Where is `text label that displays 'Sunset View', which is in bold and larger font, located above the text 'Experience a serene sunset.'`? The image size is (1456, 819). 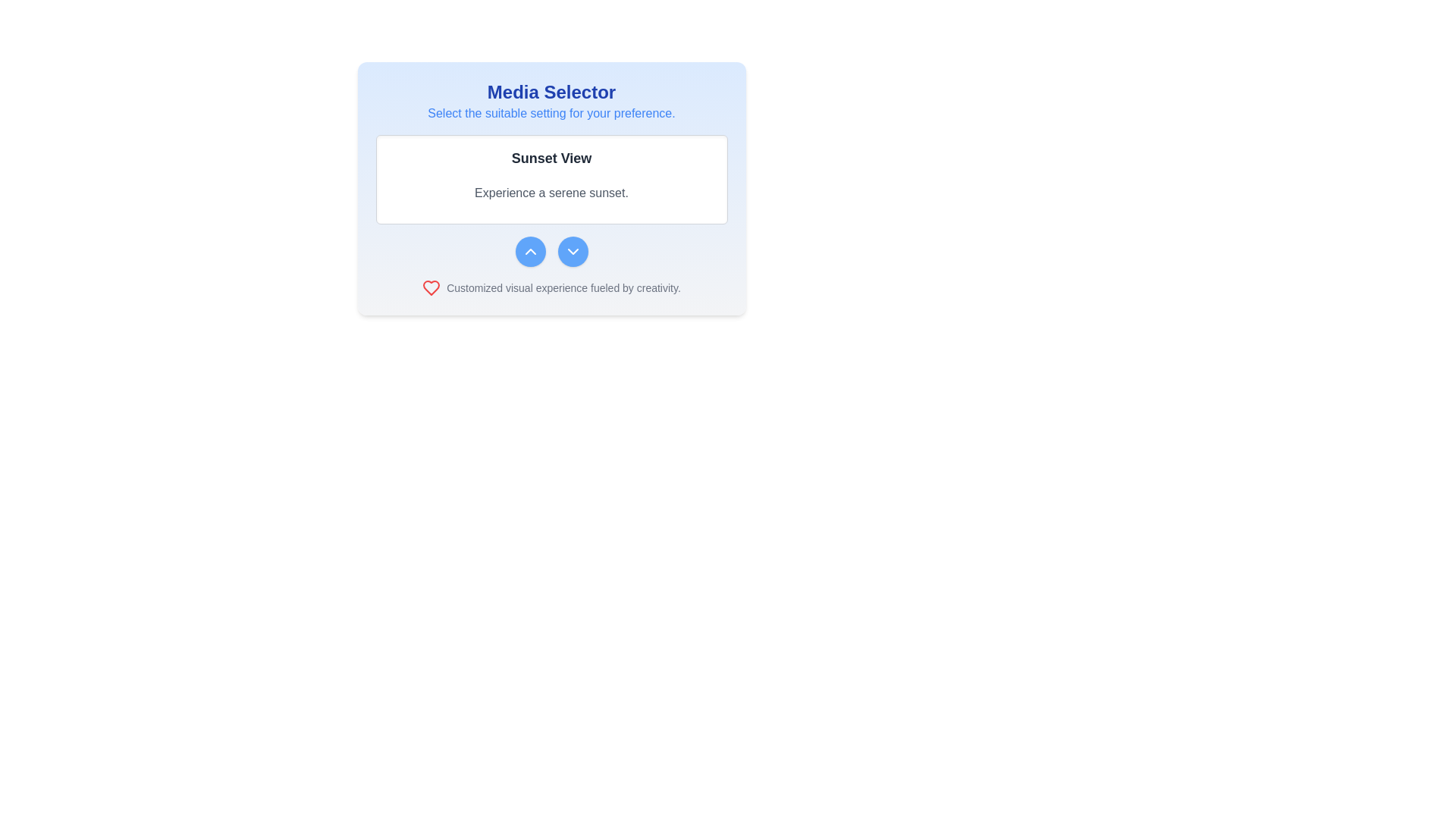
text label that displays 'Sunset View', which is in bold and larger font, located above the text 'Experience a serene sunset.' is located at coordinates (551, 158).